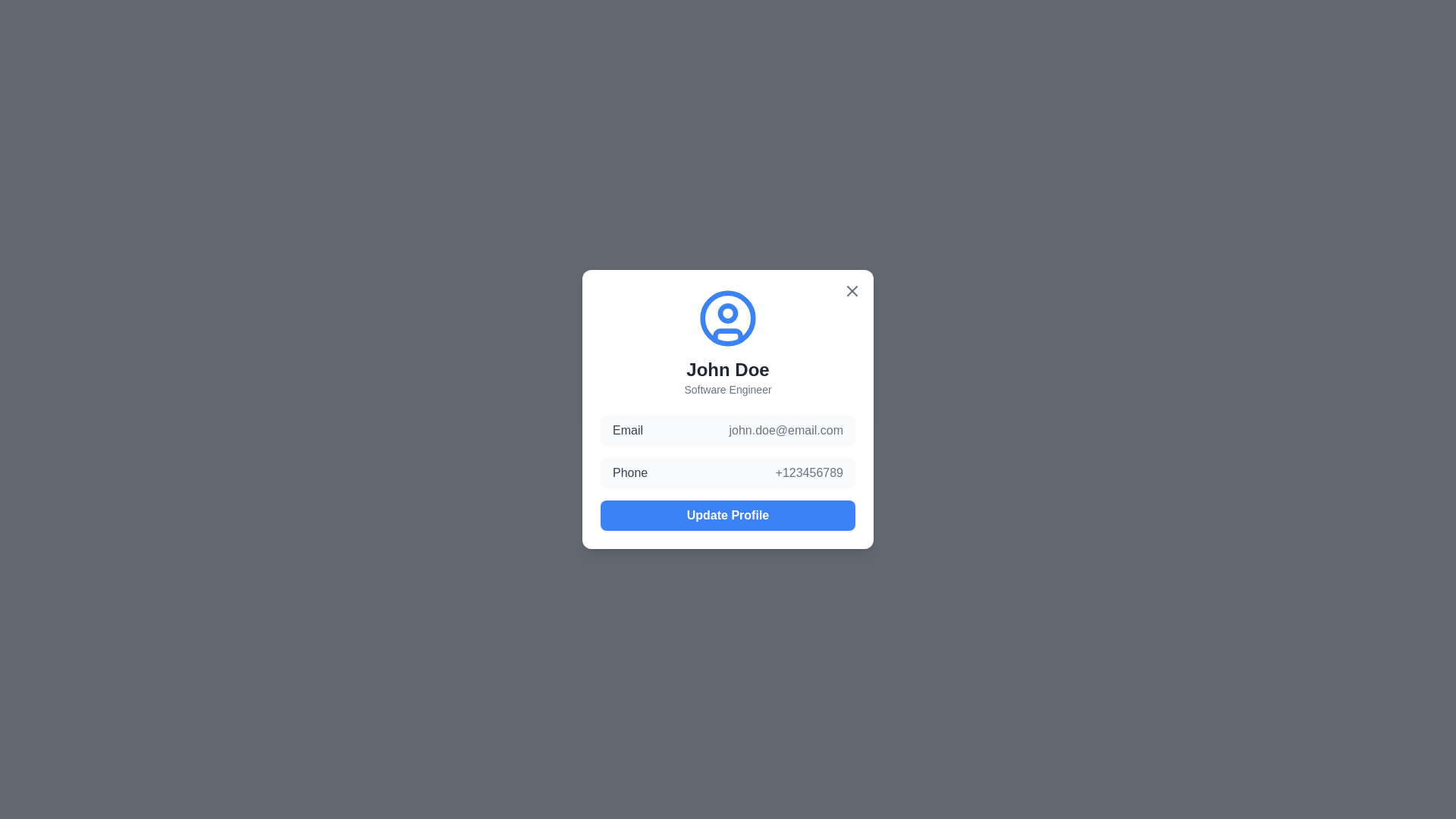 This screenshot has width=1456, height=819. Describe the element at coordinates (728, 370) in the screenshot. I see `the text label displaying the user's name located below the avatar icon and above the 'Software Engineer' label within the profile card layout` at that location.